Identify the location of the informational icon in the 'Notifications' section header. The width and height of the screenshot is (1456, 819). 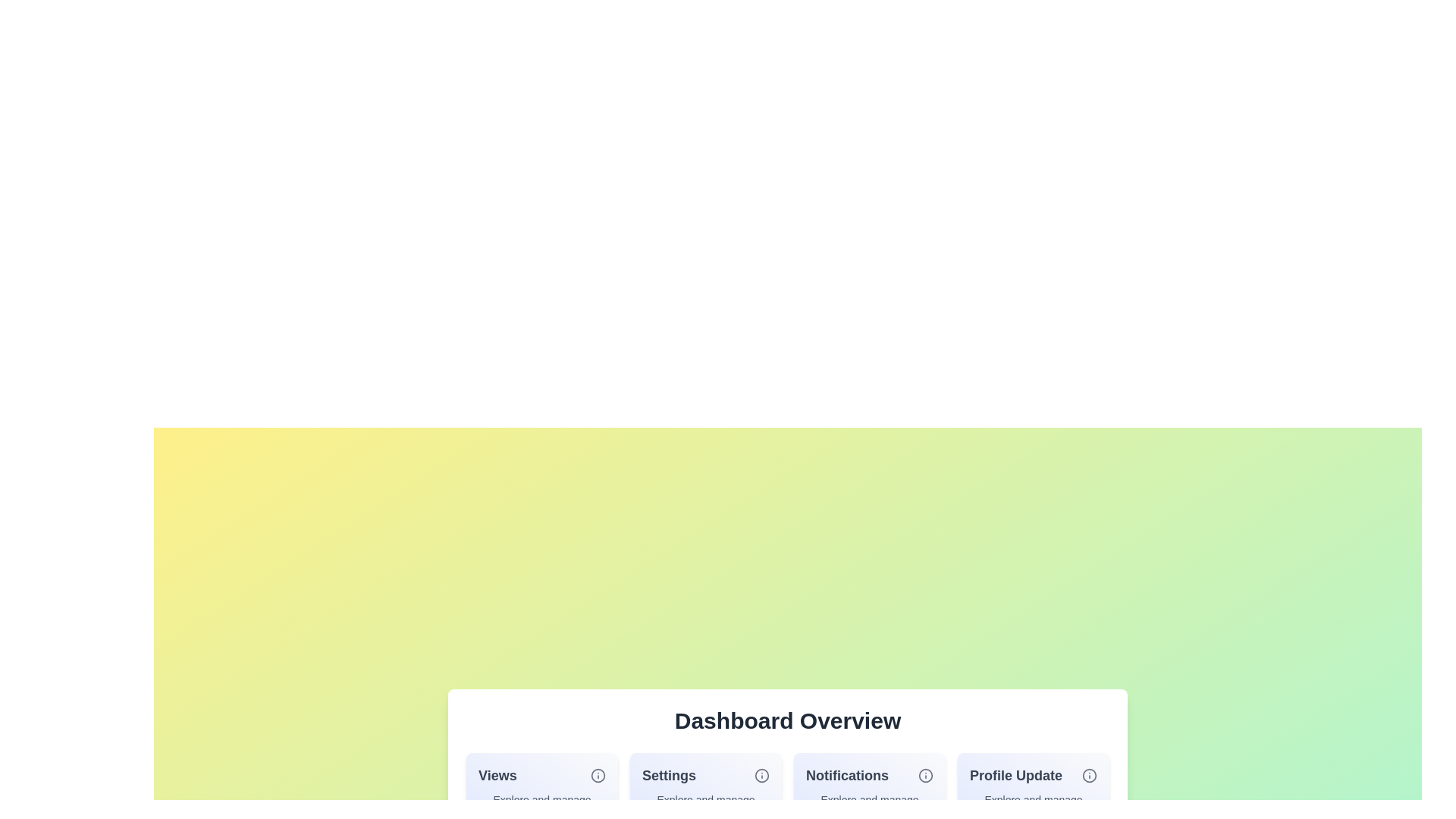
(870, 775).